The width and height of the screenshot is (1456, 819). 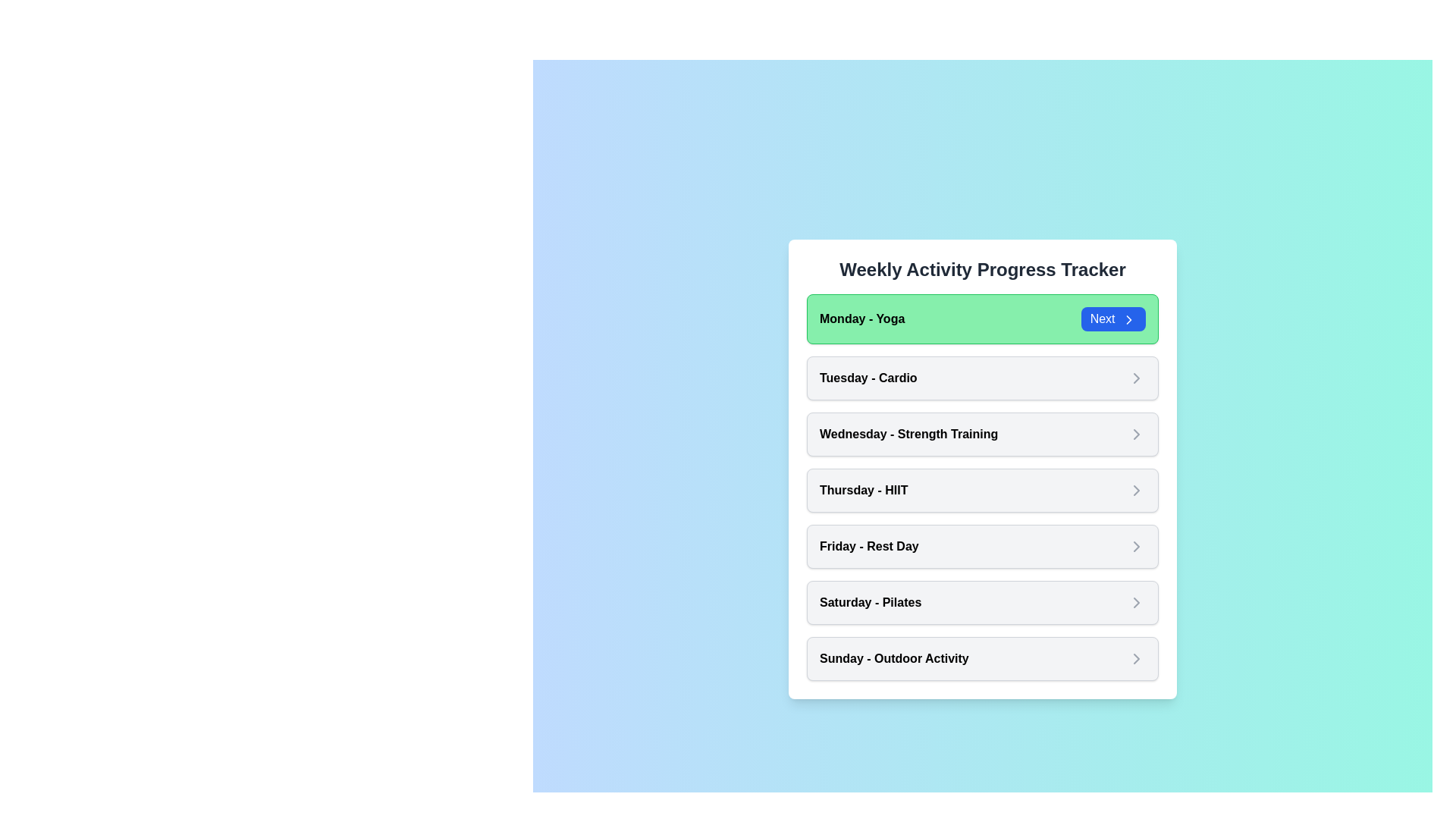 I want to click on the text label for the second item in the list of days, which identifies the associated activity, positioned between 'Monday - Yoga' and 'Wednesday - Strength Training', so click(x=868, y=377).